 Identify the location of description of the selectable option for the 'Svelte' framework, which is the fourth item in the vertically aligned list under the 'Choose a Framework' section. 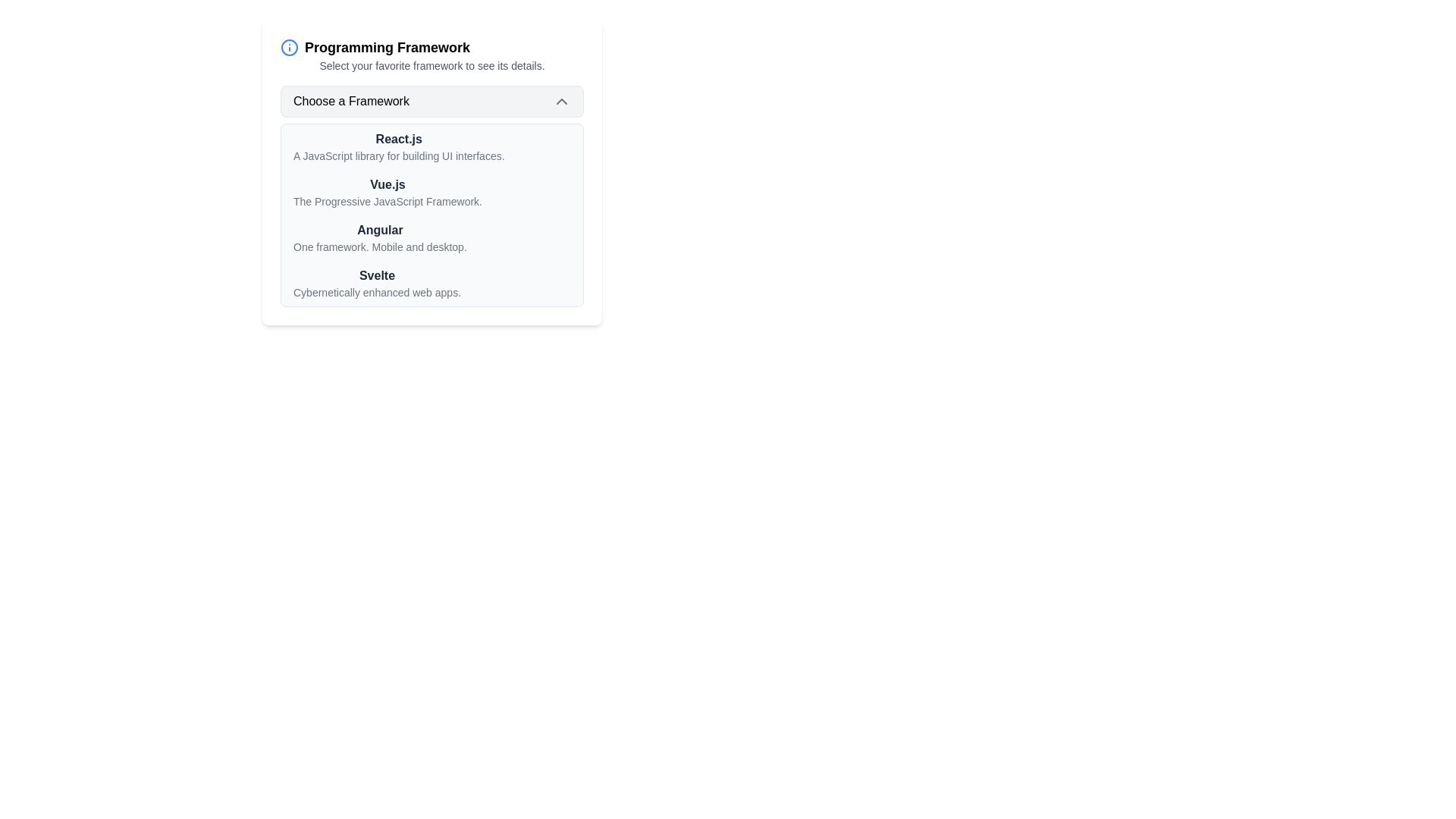
(377, 284).